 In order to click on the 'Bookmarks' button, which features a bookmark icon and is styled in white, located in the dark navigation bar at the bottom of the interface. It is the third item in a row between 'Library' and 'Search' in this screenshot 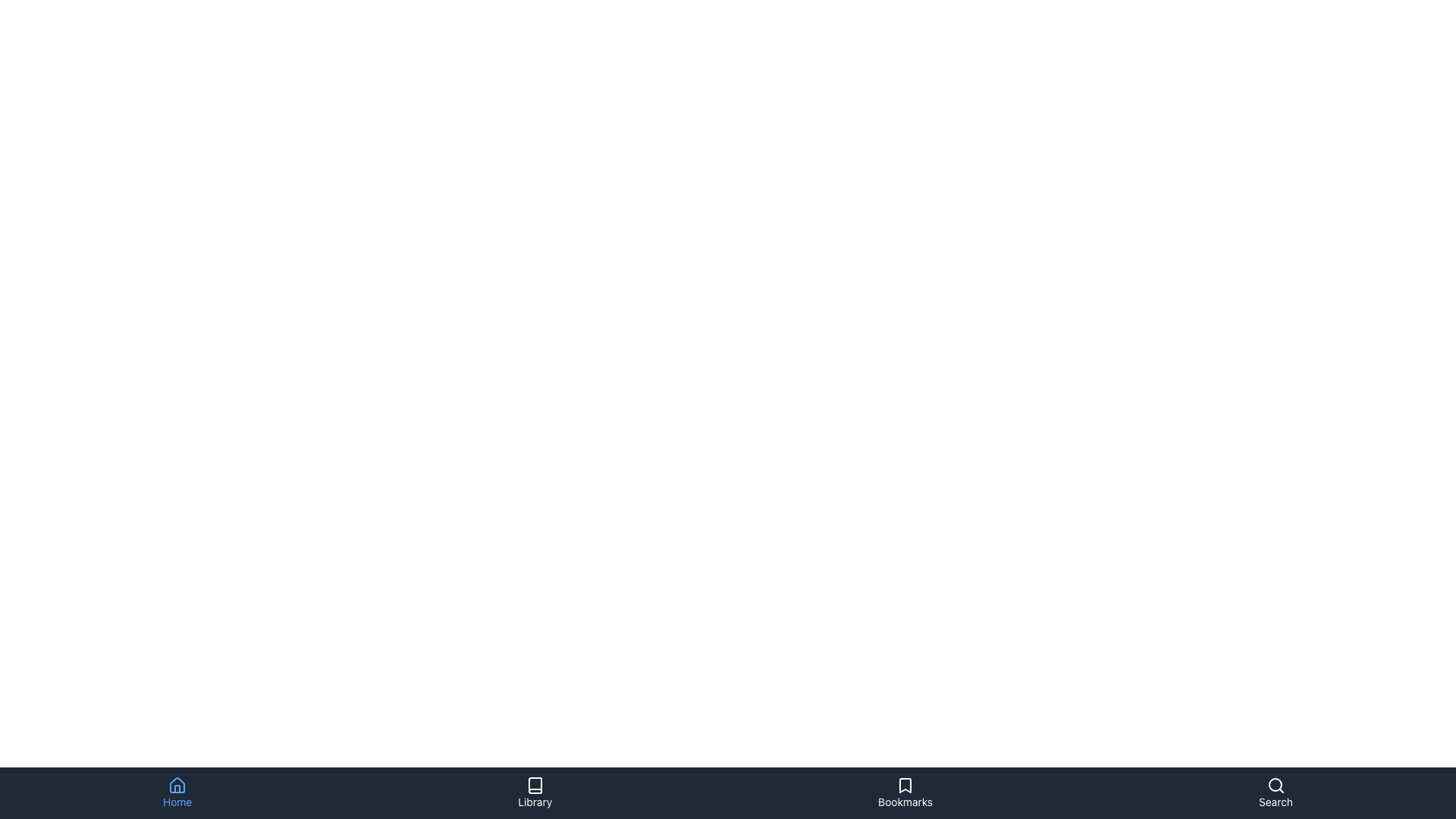, I will do `click(905, 792)`.